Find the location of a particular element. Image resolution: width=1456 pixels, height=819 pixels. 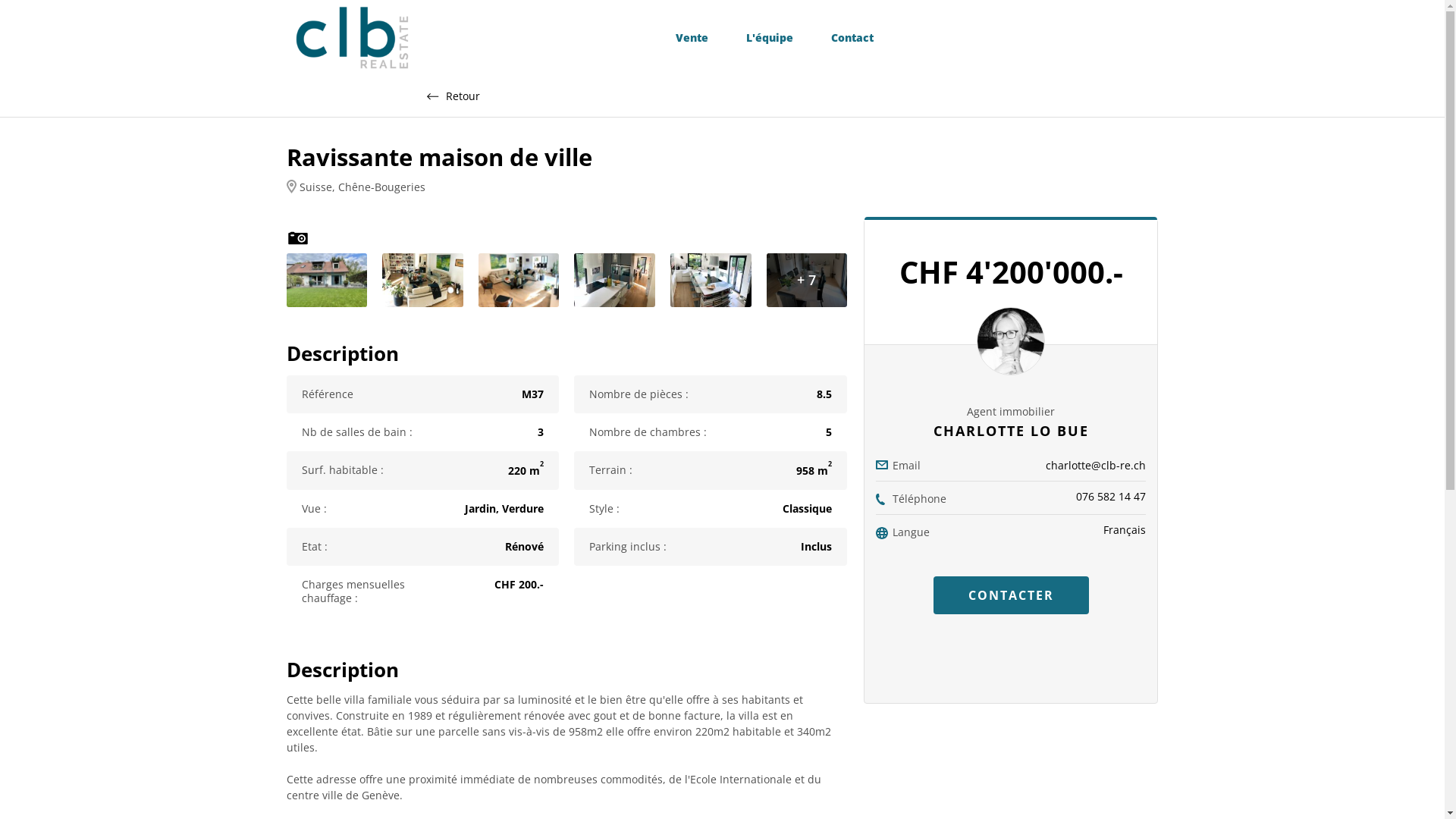

'Retour' is located at coordinates (451, 96).